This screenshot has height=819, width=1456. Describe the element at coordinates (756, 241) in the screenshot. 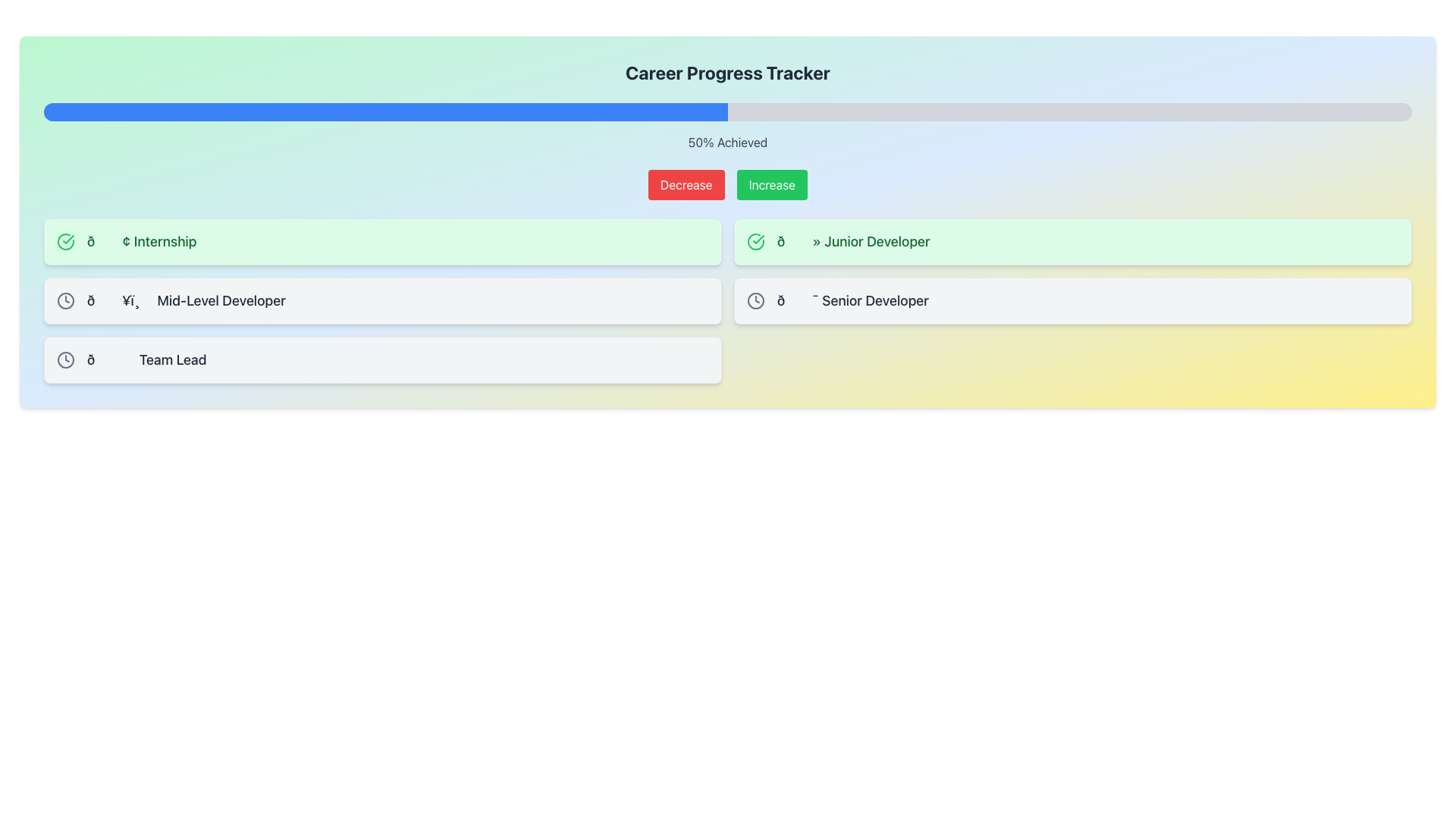

I see `the green checkmark icon, which is a circular graphic with a lighter green checkmark inside, located near the left side of the 'Junior Developer' label in the interactive list item` at that location.